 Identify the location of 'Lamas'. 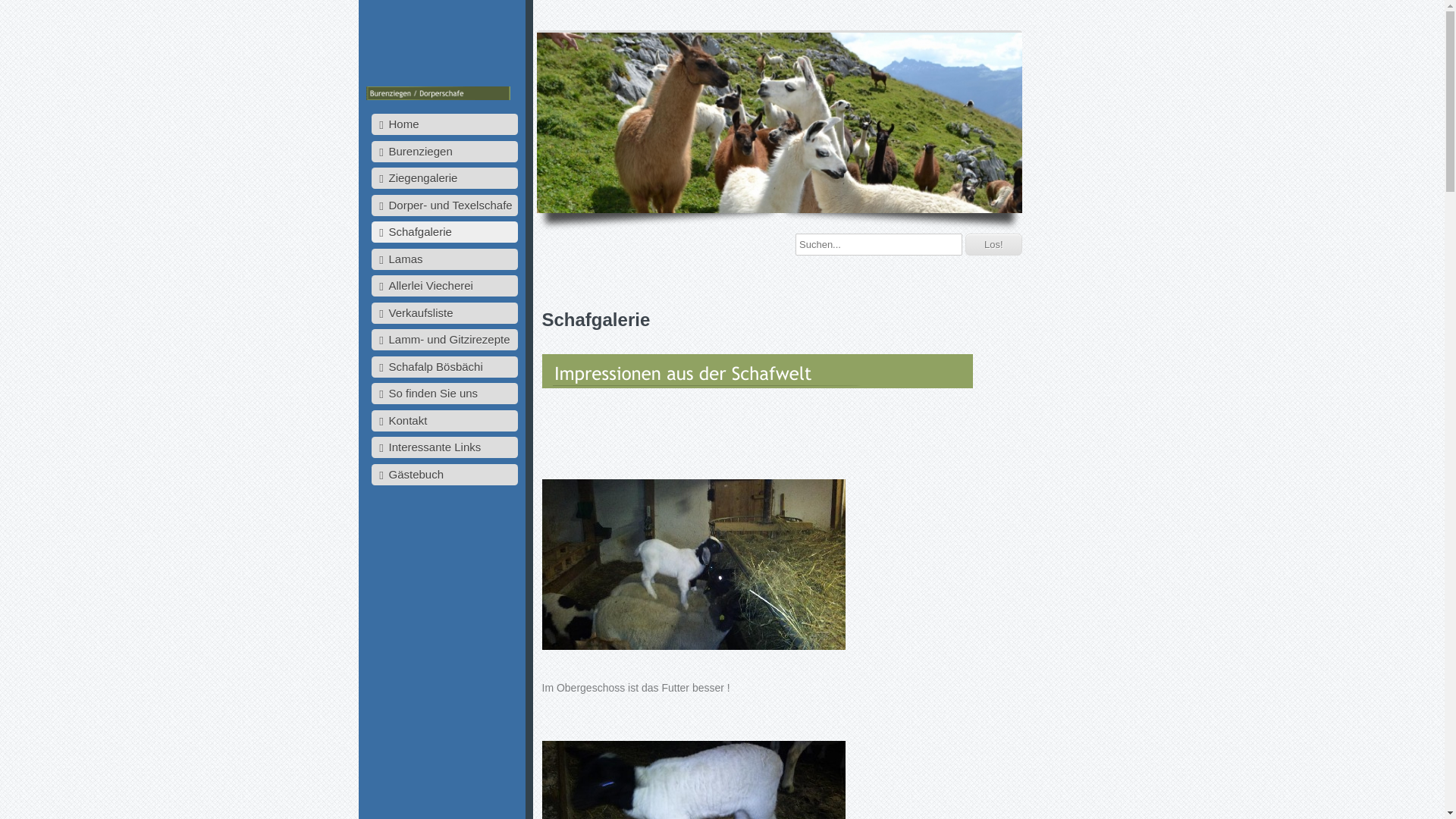
(371, 259).